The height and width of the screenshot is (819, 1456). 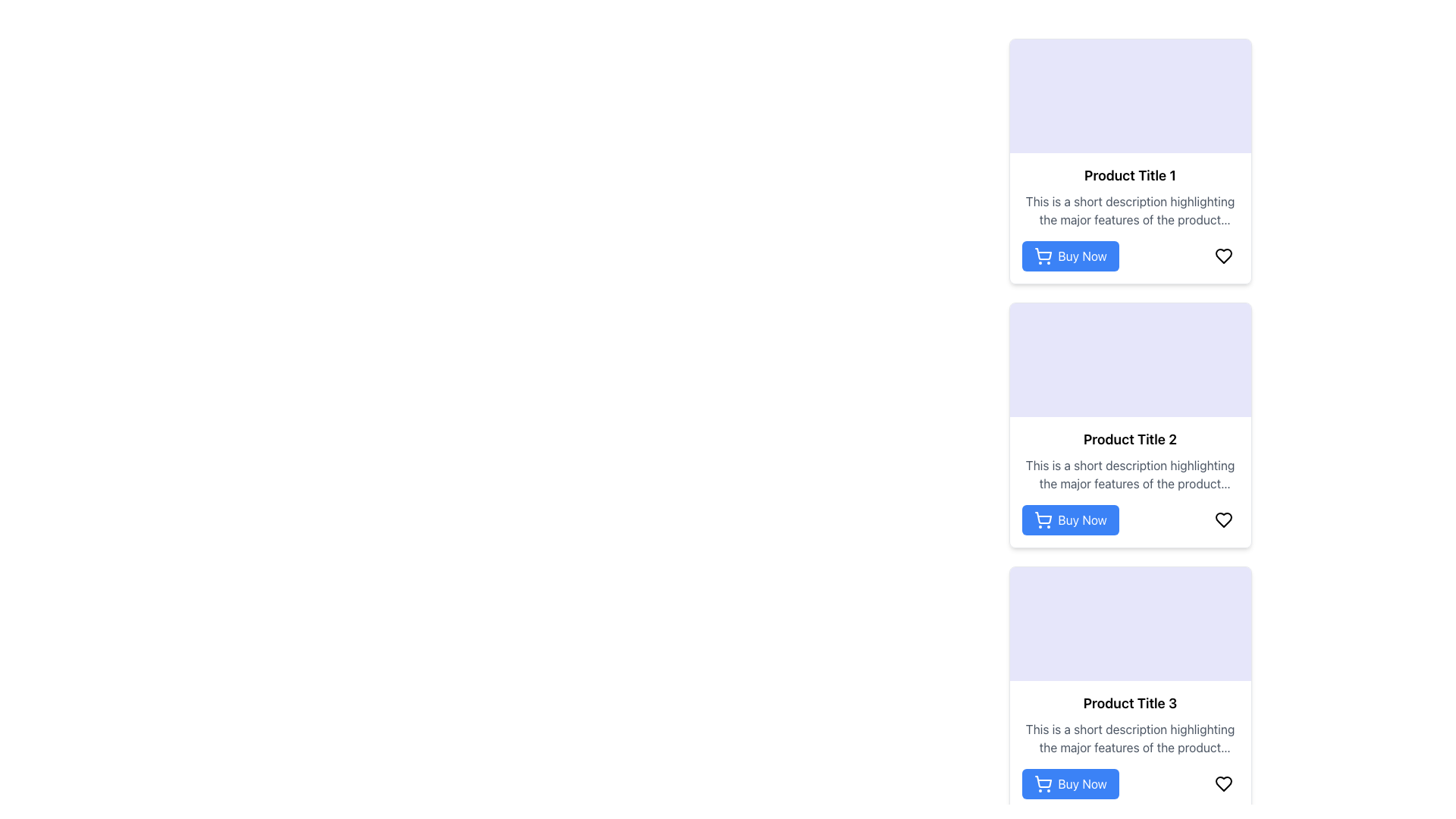 What do you see at coordinates (1223, 519) in the screenshot?
I see `the favorite icon located at the bottom-right corner of the 'Product Title 2' card for additional information` at bounding box center [1223, 519].